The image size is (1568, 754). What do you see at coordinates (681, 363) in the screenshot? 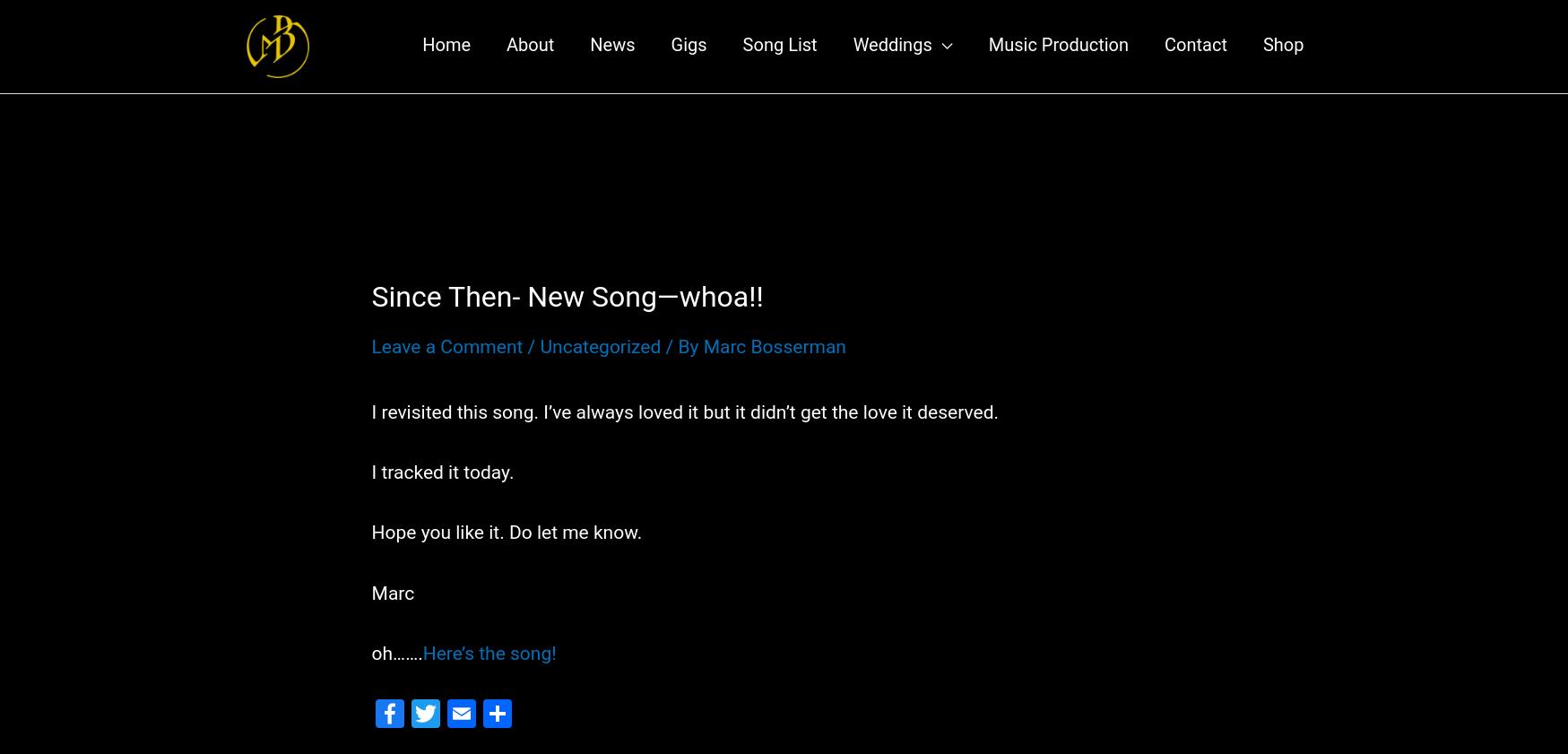
I see `'/ By'` at bounding box center [681, 363].